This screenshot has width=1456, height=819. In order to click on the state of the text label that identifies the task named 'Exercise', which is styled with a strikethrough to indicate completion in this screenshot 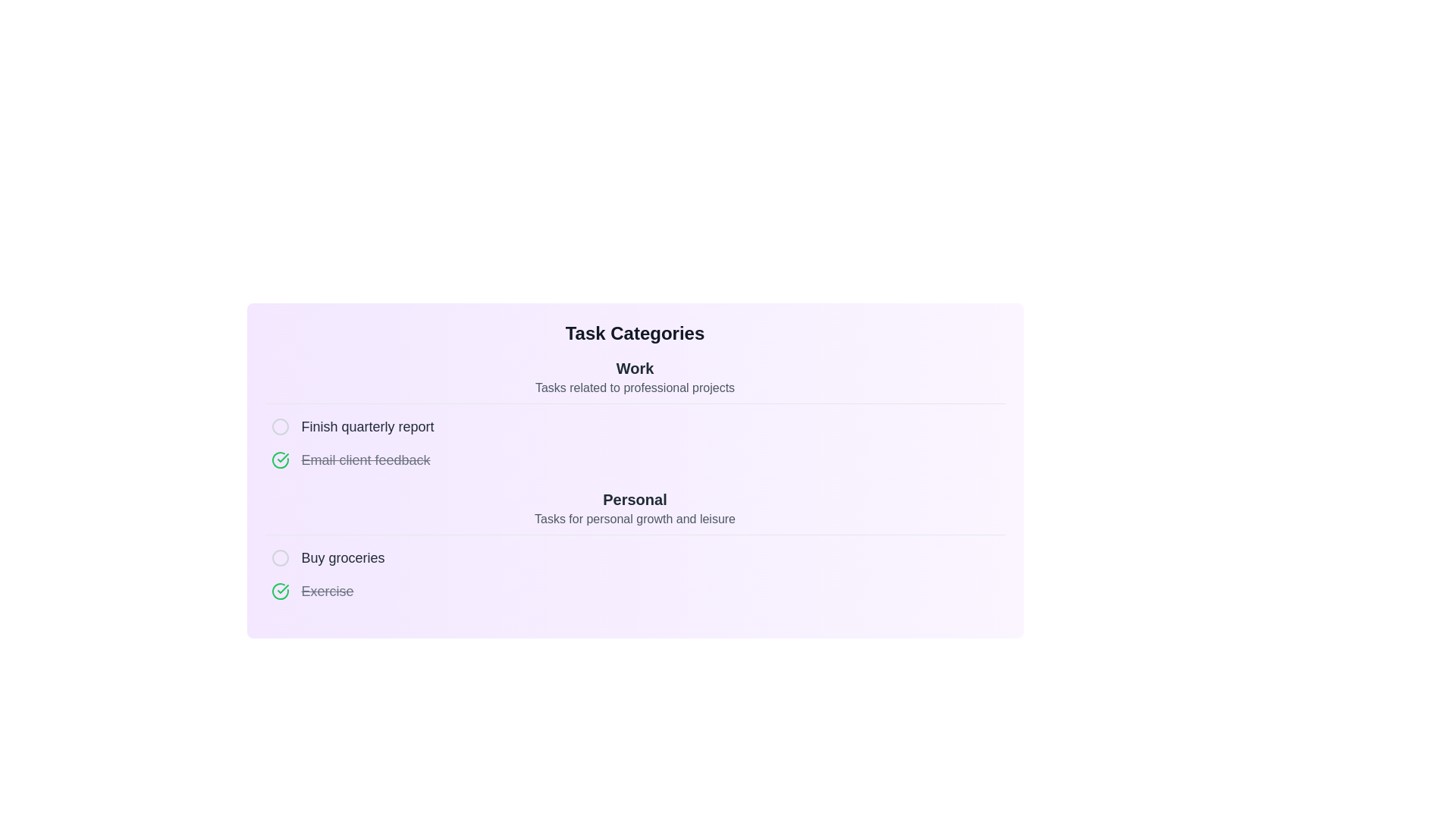, I will do `click(327, 590)`.